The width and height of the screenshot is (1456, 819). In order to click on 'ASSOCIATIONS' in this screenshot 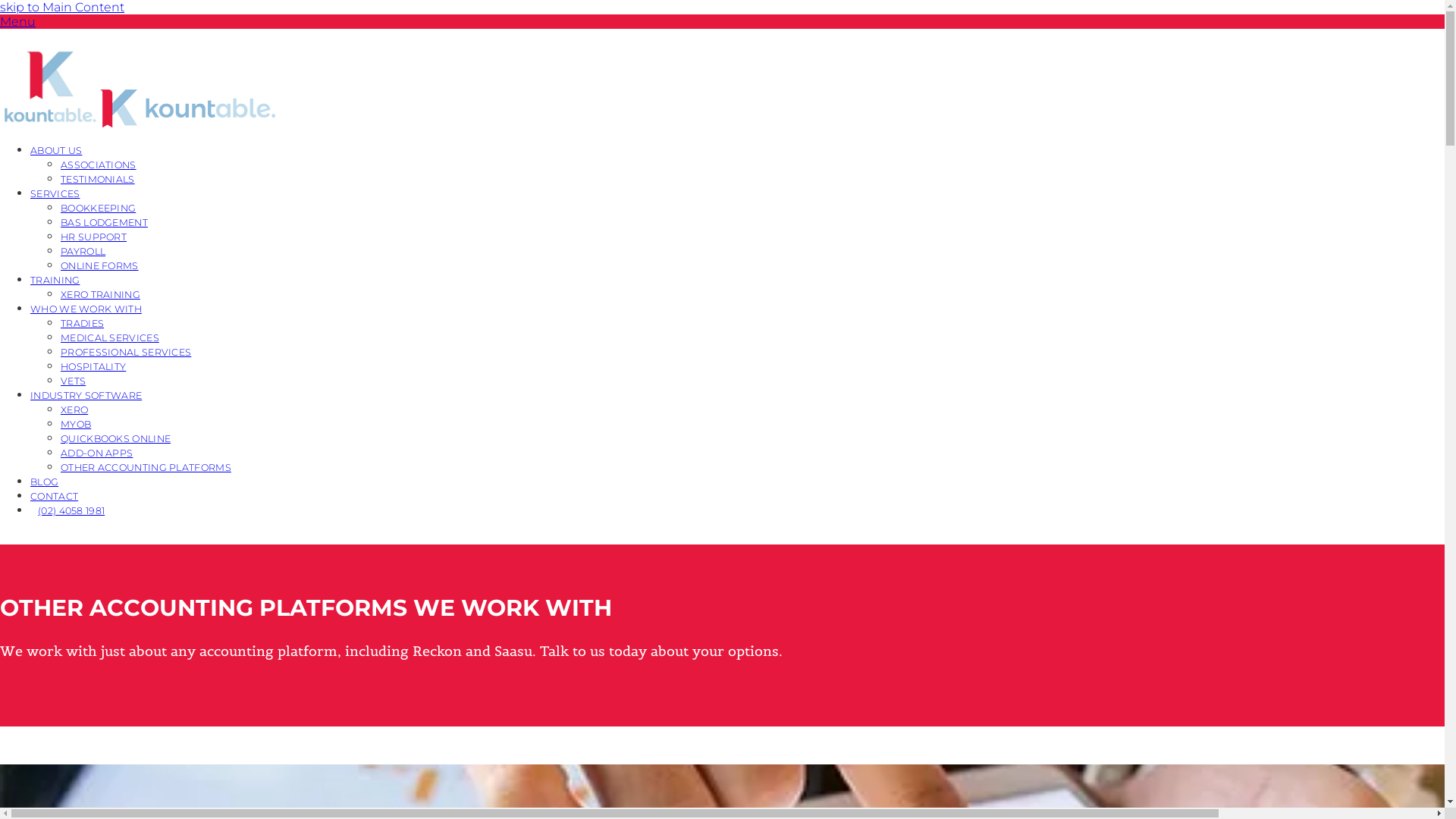, I will do `click(97, 164)`.